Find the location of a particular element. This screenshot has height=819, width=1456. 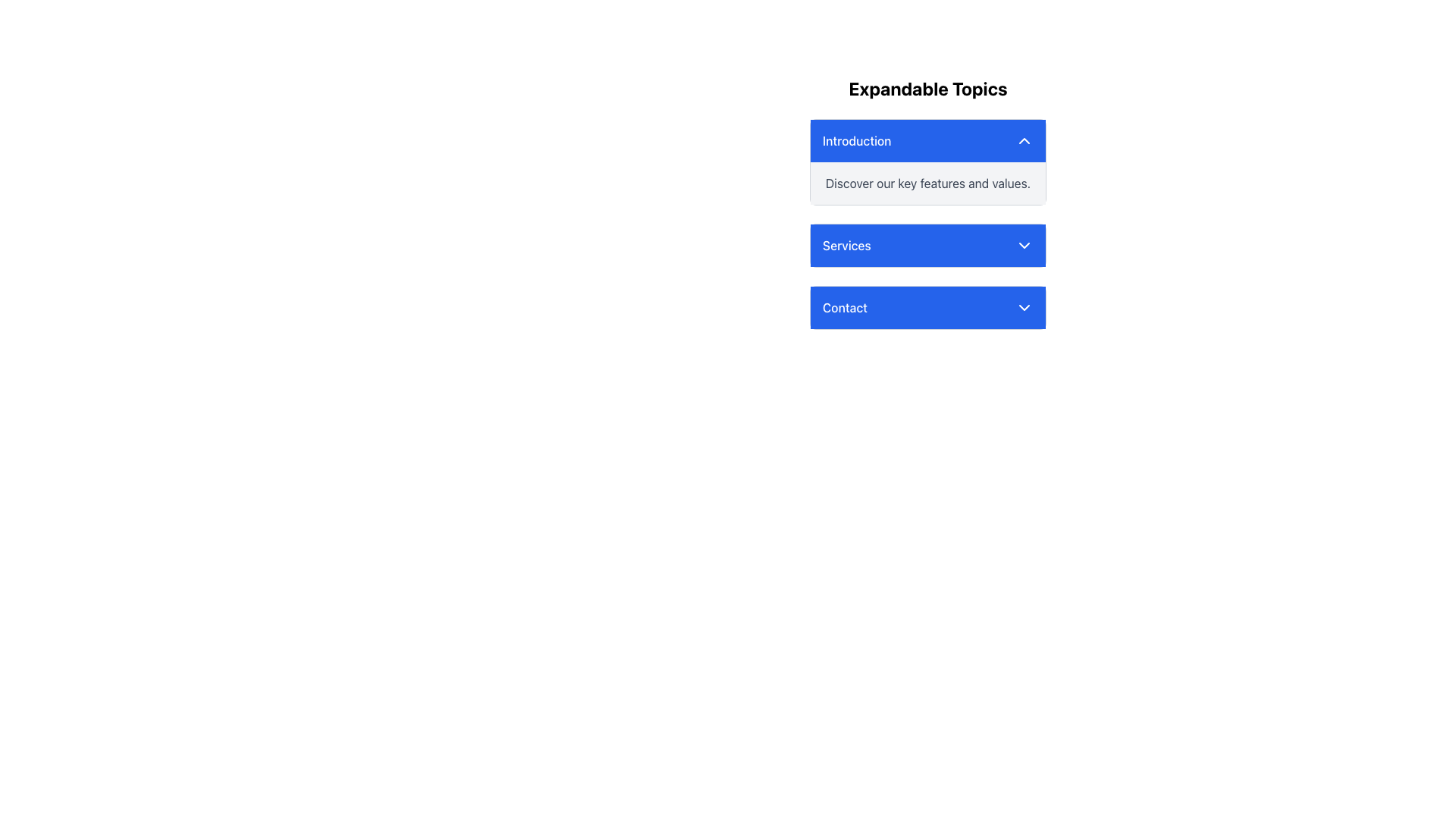

the expandable button located below the 'Services' button in the 'Expandable Topics' section for interaction is located at coordinates (927, 307).